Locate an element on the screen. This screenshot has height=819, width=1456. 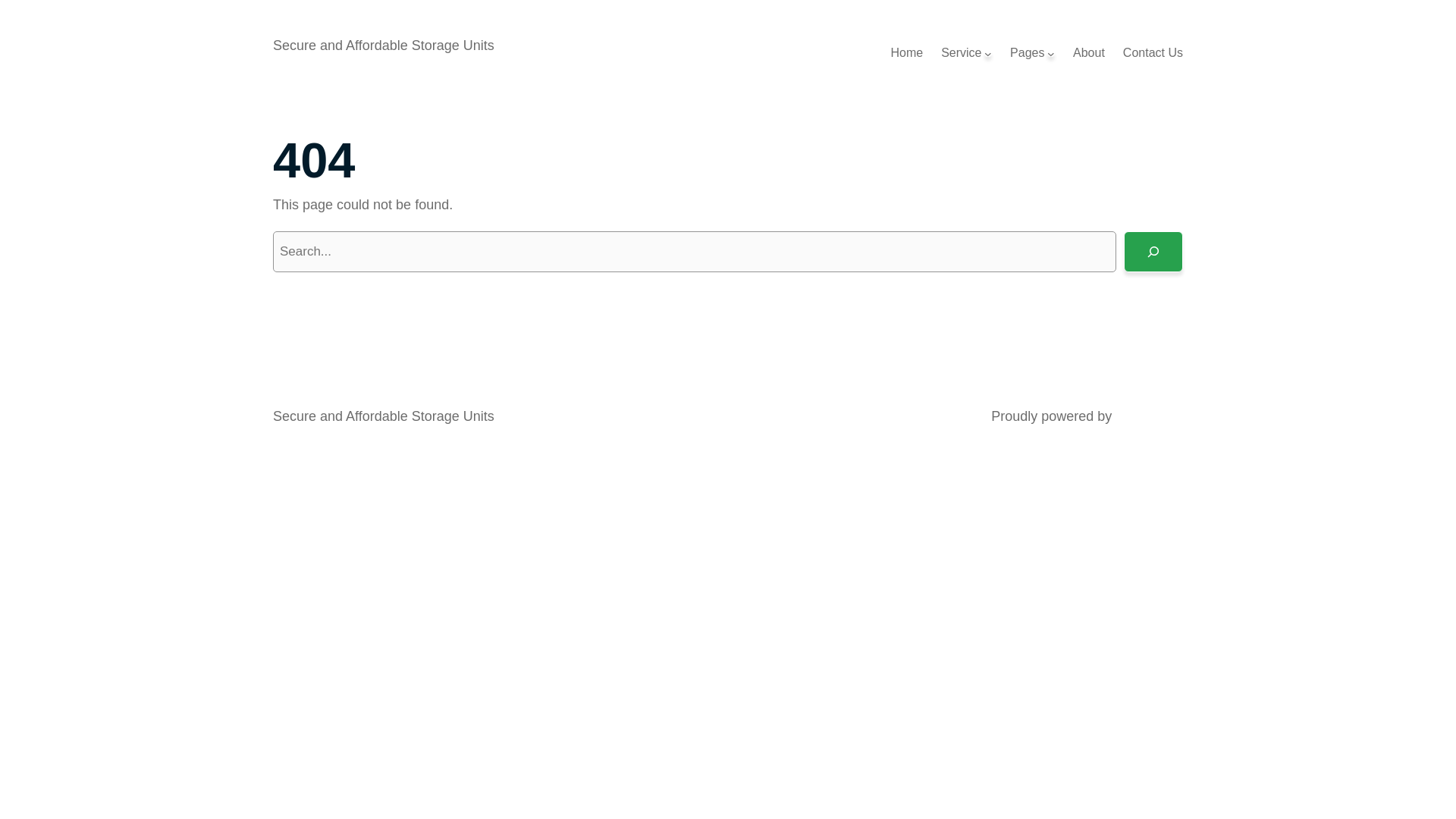
'Pages' is located at coordinates (1009, 52).